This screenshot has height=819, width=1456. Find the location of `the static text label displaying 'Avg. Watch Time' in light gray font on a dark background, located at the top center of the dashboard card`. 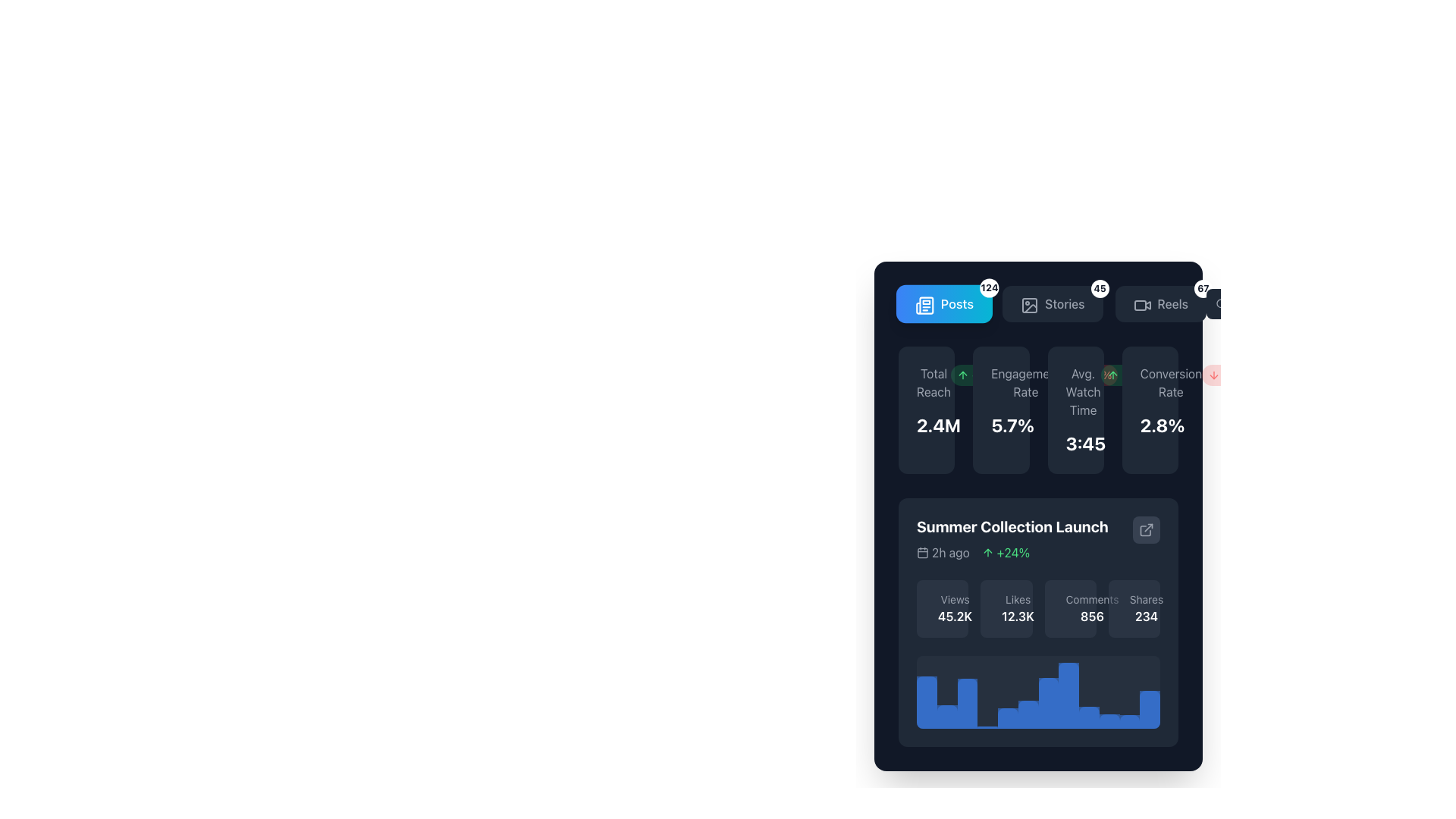

the static text label displaying 'Avg. Watch Time' in light gray font on a dark background, located at the top center of the dashboard card is located at coordinates (1082, 391).